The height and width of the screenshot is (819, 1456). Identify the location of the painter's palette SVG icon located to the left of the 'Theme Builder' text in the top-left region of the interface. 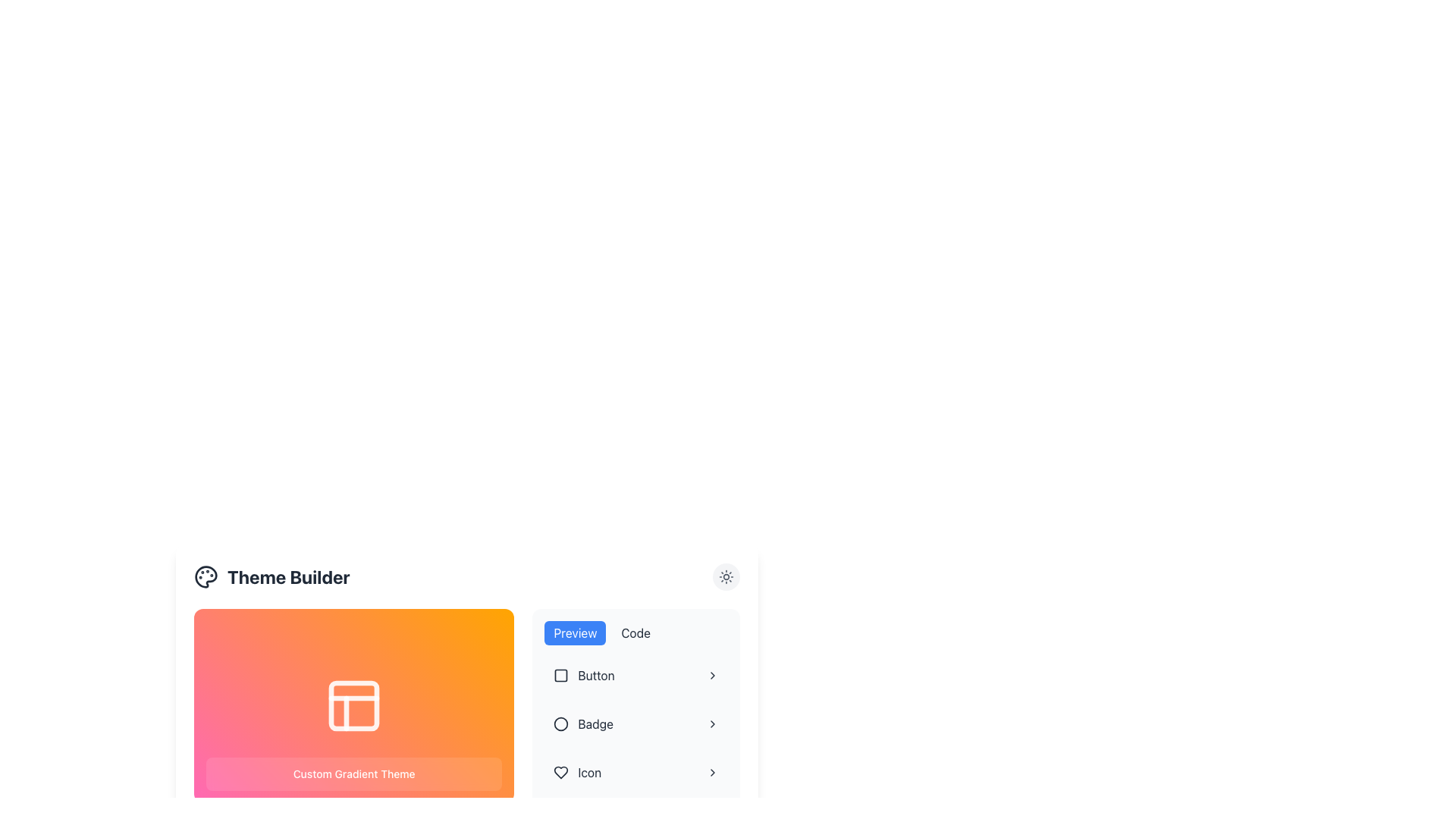
(206, 576).